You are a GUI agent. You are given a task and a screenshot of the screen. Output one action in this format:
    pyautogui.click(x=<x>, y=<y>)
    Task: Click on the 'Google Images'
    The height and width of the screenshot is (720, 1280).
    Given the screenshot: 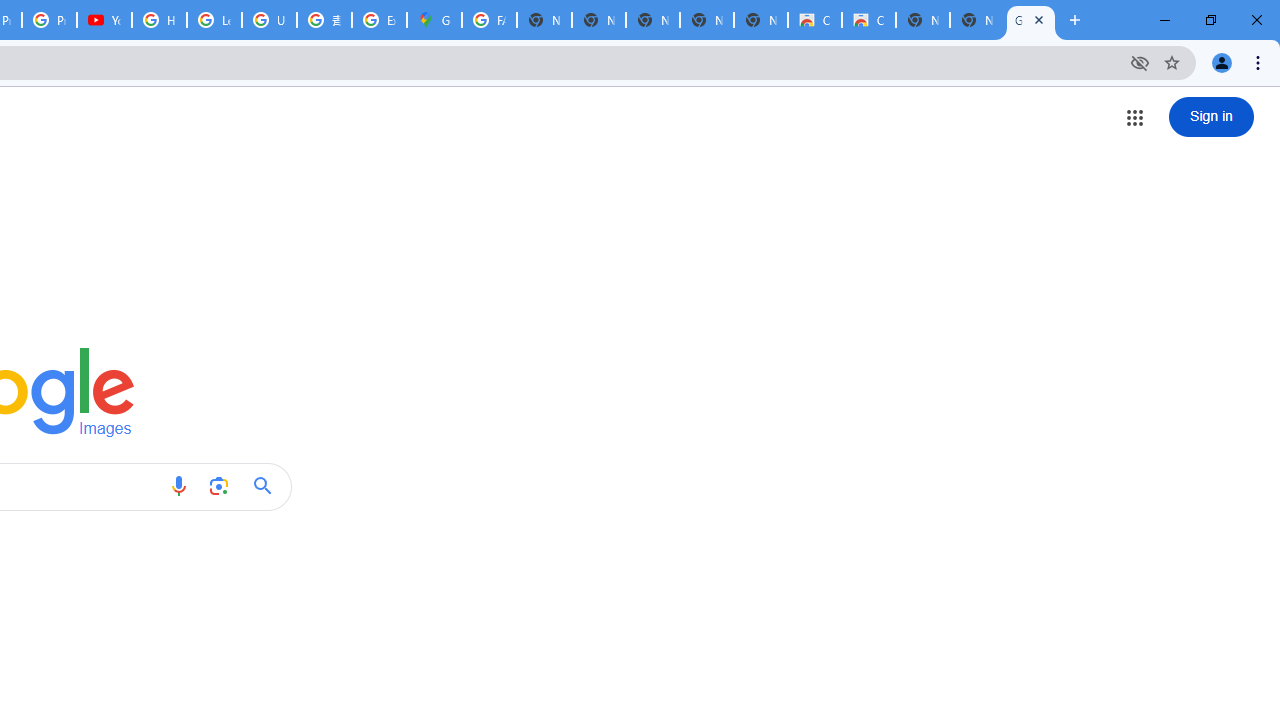 What is the action you would take?
    pyautogui.click(x=1031, y=20)
    